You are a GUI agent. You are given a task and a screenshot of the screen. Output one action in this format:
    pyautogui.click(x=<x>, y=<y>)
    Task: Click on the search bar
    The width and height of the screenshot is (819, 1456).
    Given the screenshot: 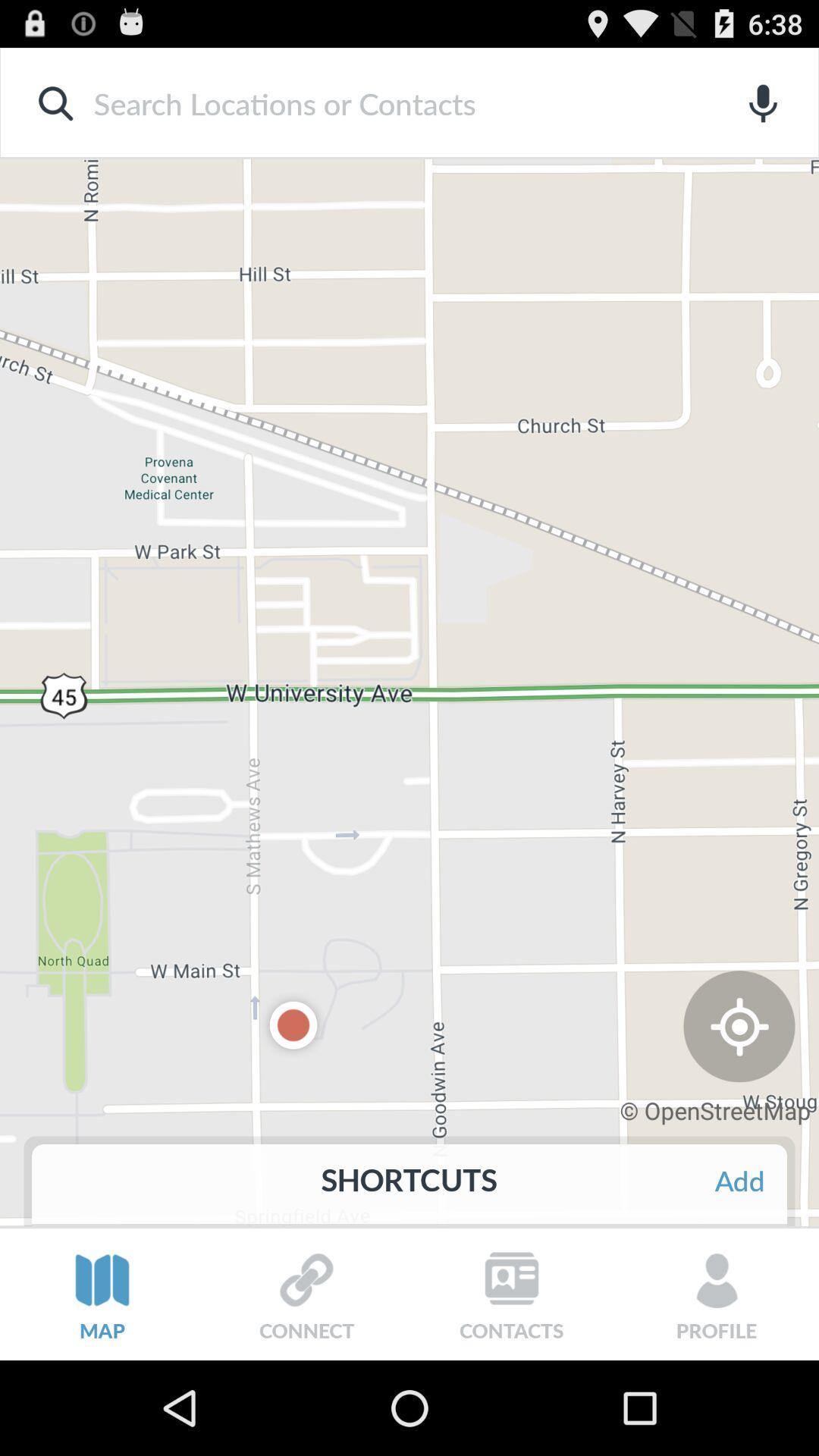 What is the action you would take?
    pyautogui.click(x=384, y=102)
    